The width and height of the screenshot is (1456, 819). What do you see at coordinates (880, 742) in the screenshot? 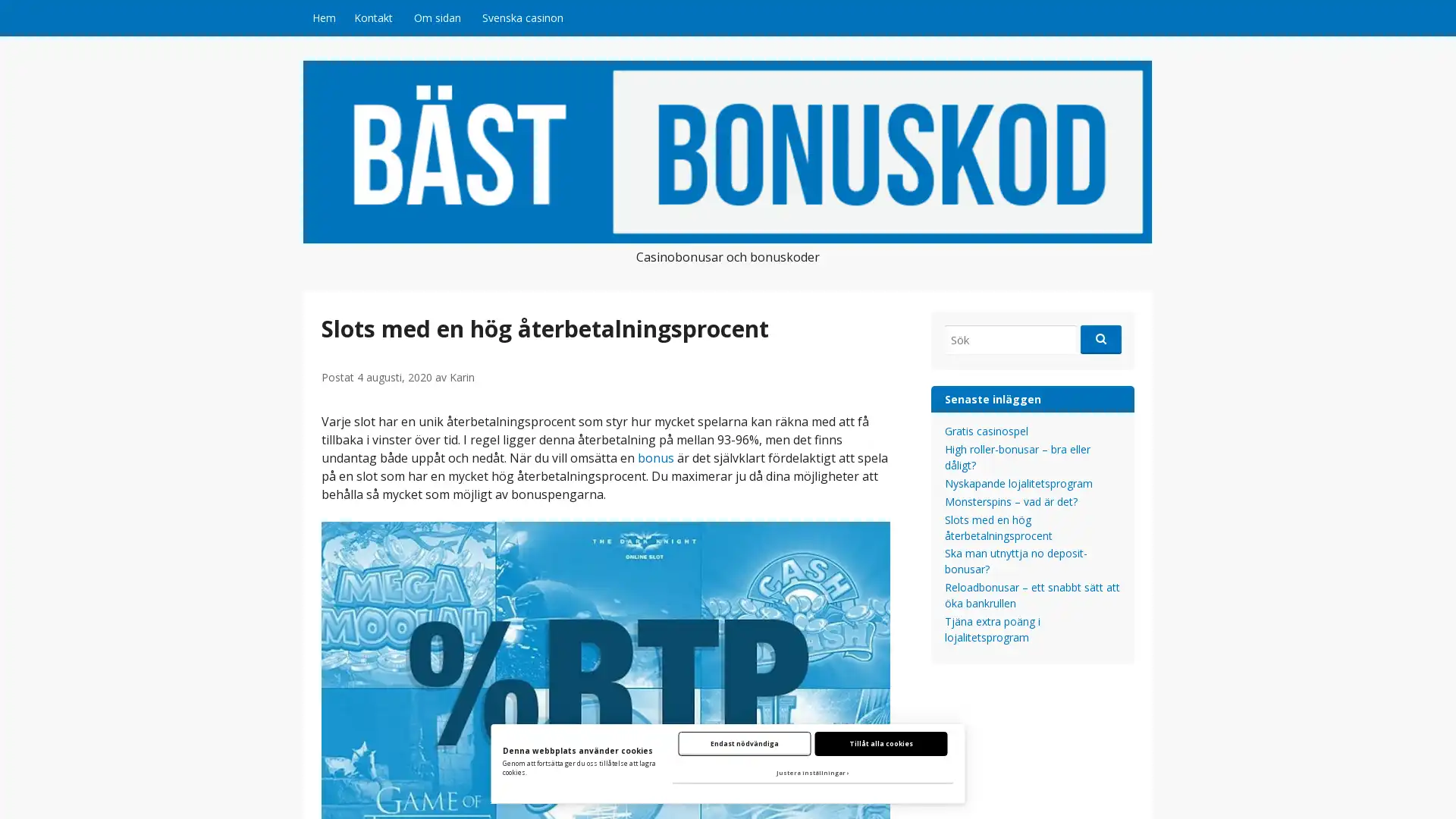
I see `Tillat alla cookies` at bounding box center [880, 742].